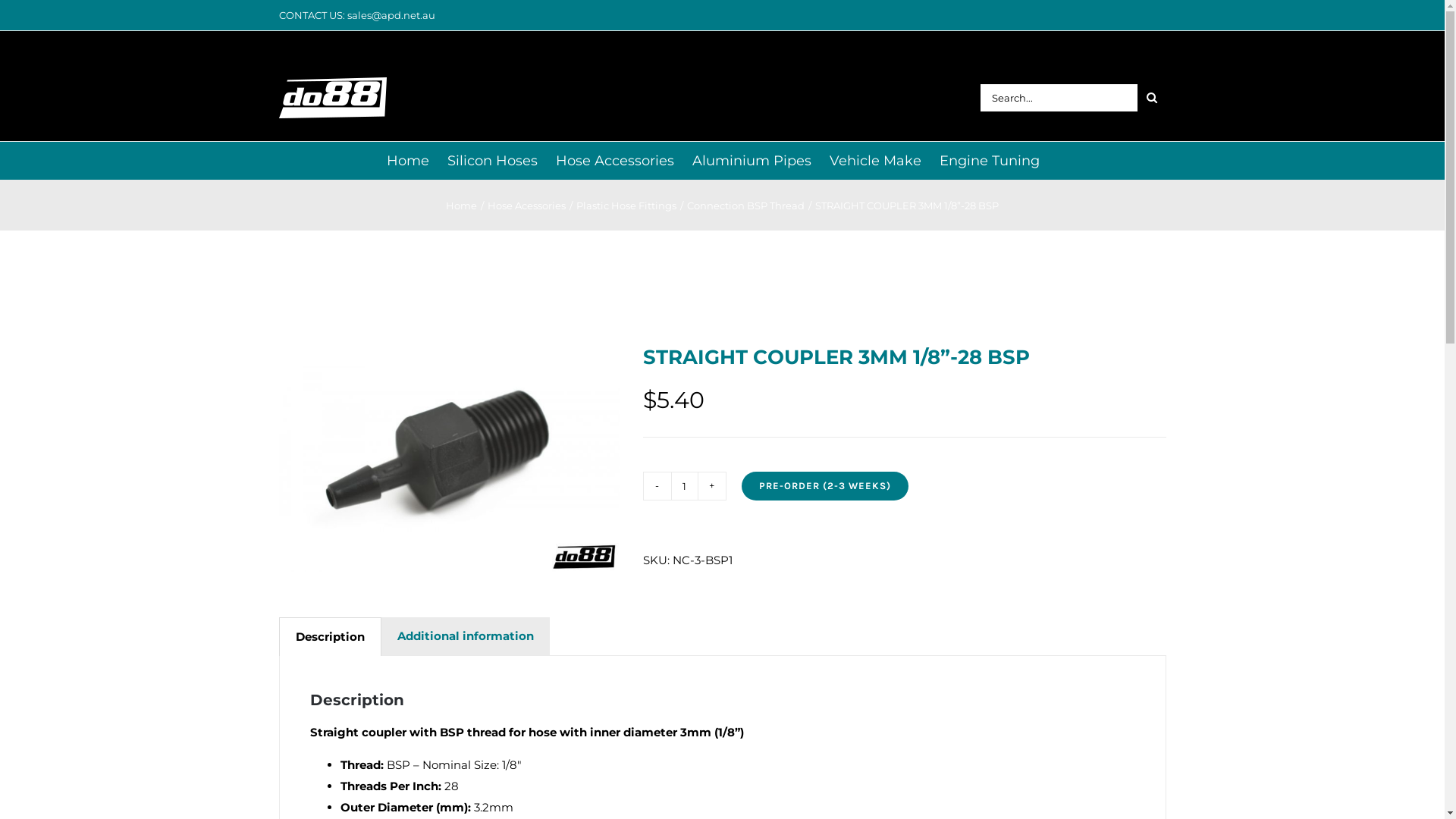 This screenshot has width=1456, height=819. I want to click on 'Description', so click(279, 637).